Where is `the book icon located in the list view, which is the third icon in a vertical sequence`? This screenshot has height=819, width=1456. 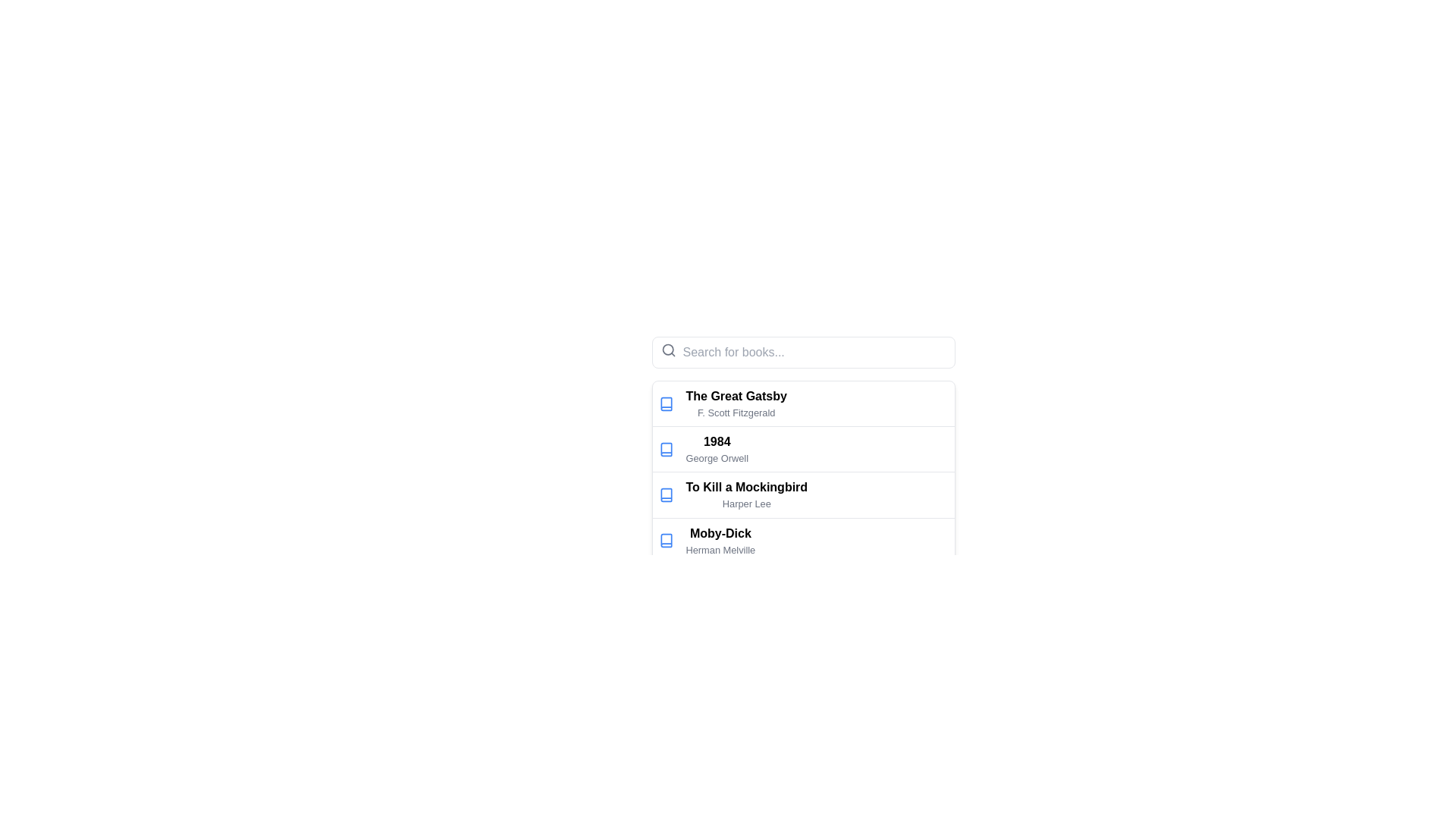
the book icon located in the list view, which is the third icon in a vertical sequence is located at coordinates (666, 494).